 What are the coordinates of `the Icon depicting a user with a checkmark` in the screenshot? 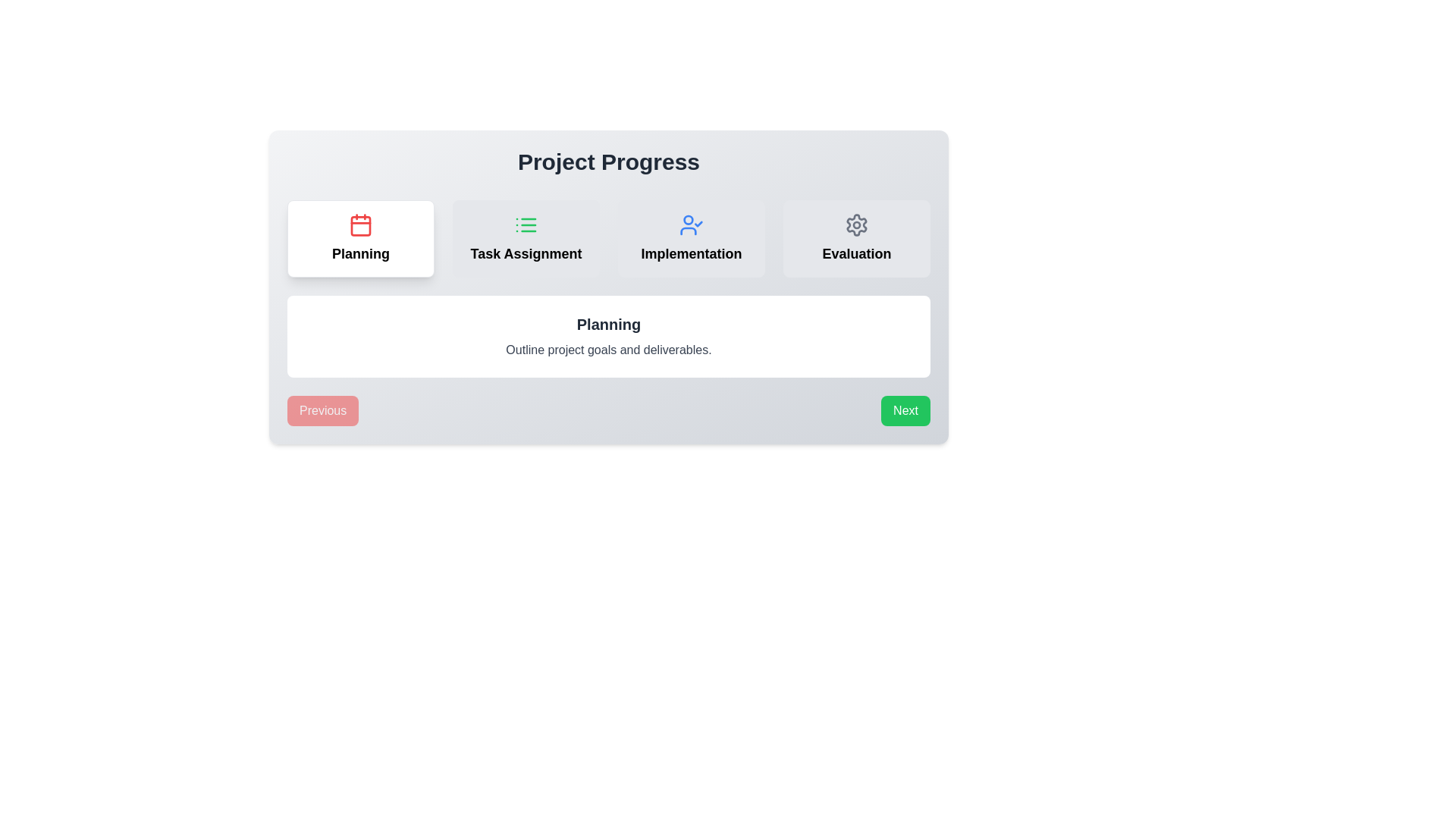 It's located at (691, 225).